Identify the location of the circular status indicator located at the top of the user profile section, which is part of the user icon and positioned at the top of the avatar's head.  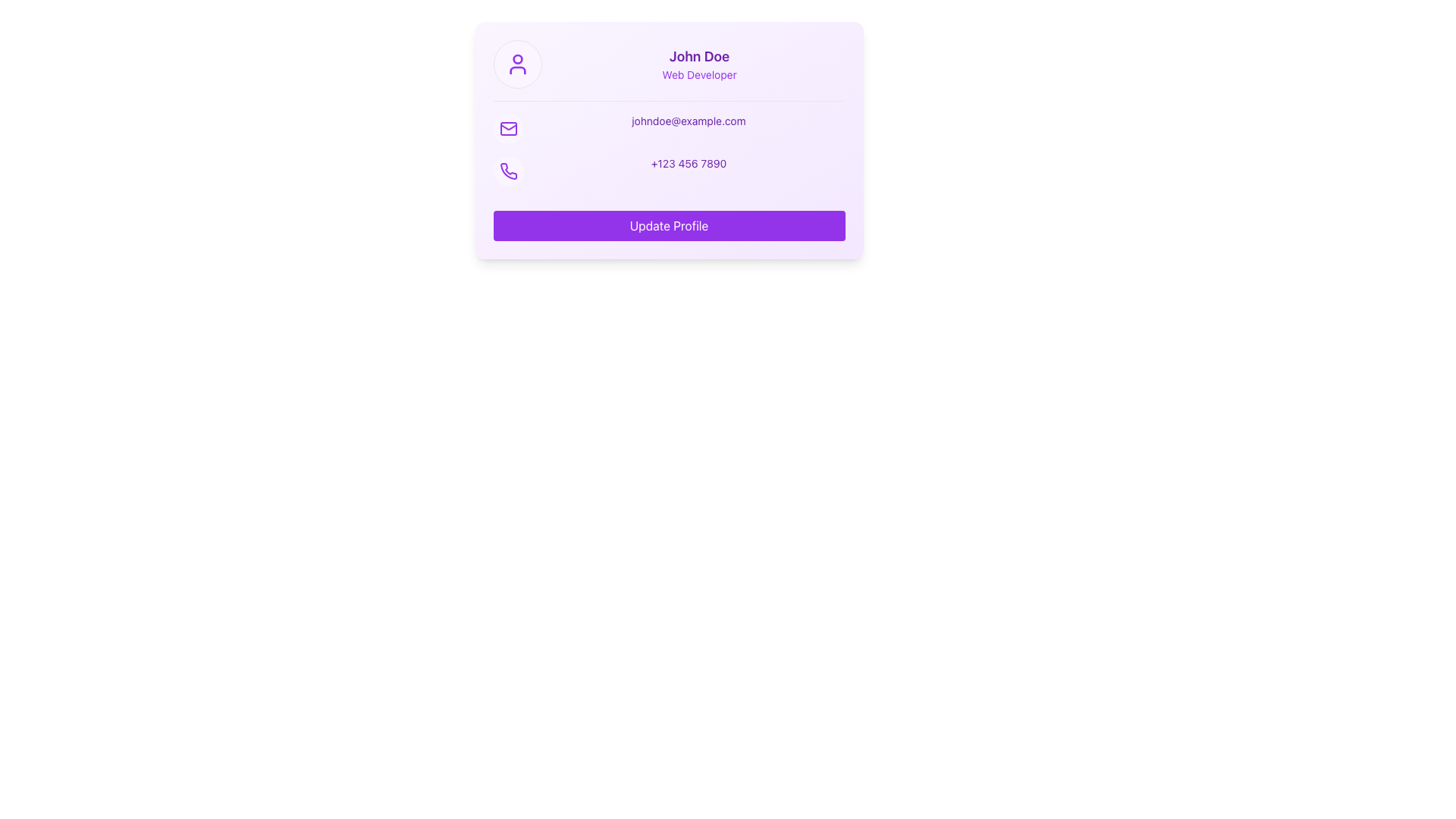
(517, 58).